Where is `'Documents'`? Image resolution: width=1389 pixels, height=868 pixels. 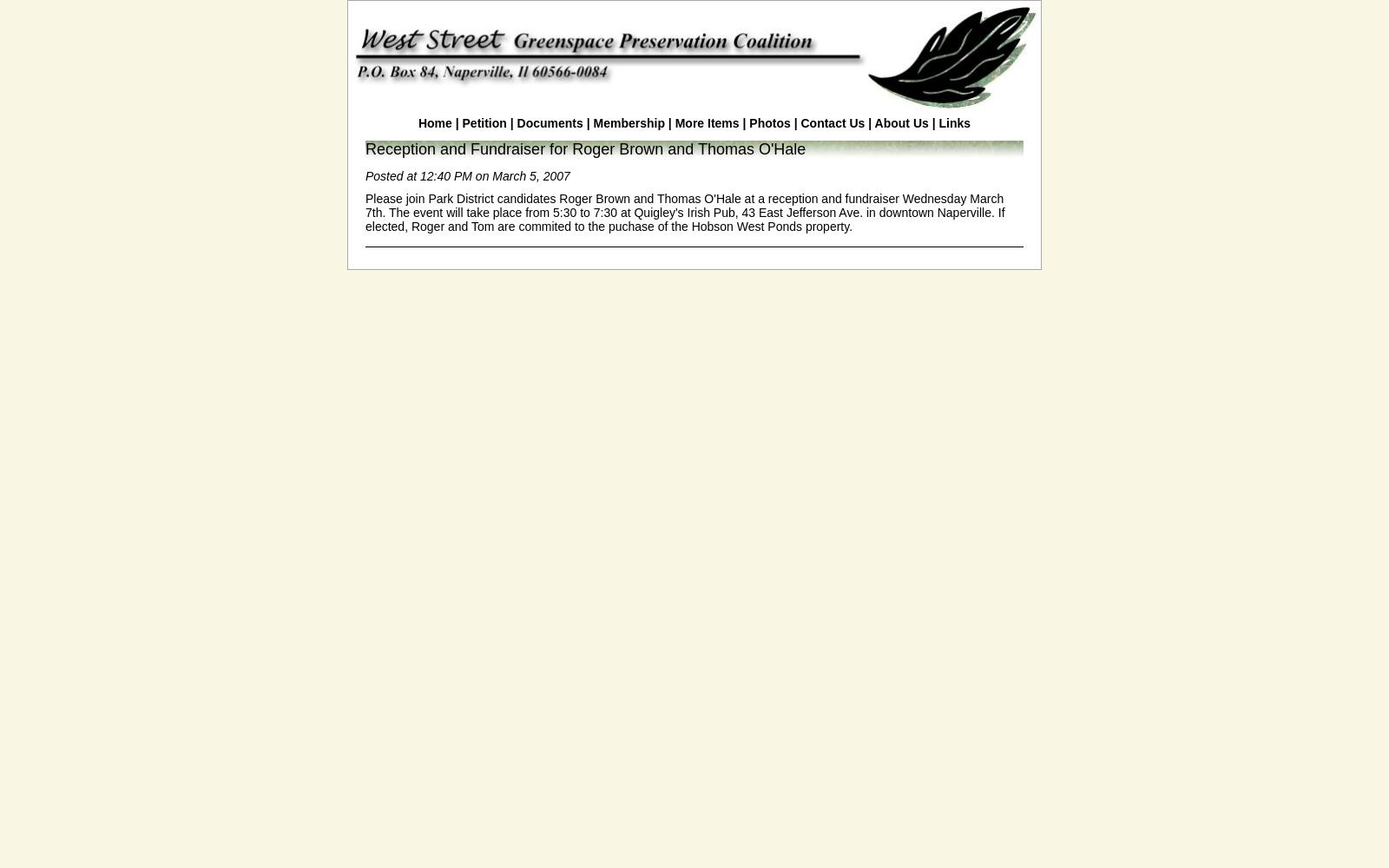 'Documents' is located at coordinates (549, 123).